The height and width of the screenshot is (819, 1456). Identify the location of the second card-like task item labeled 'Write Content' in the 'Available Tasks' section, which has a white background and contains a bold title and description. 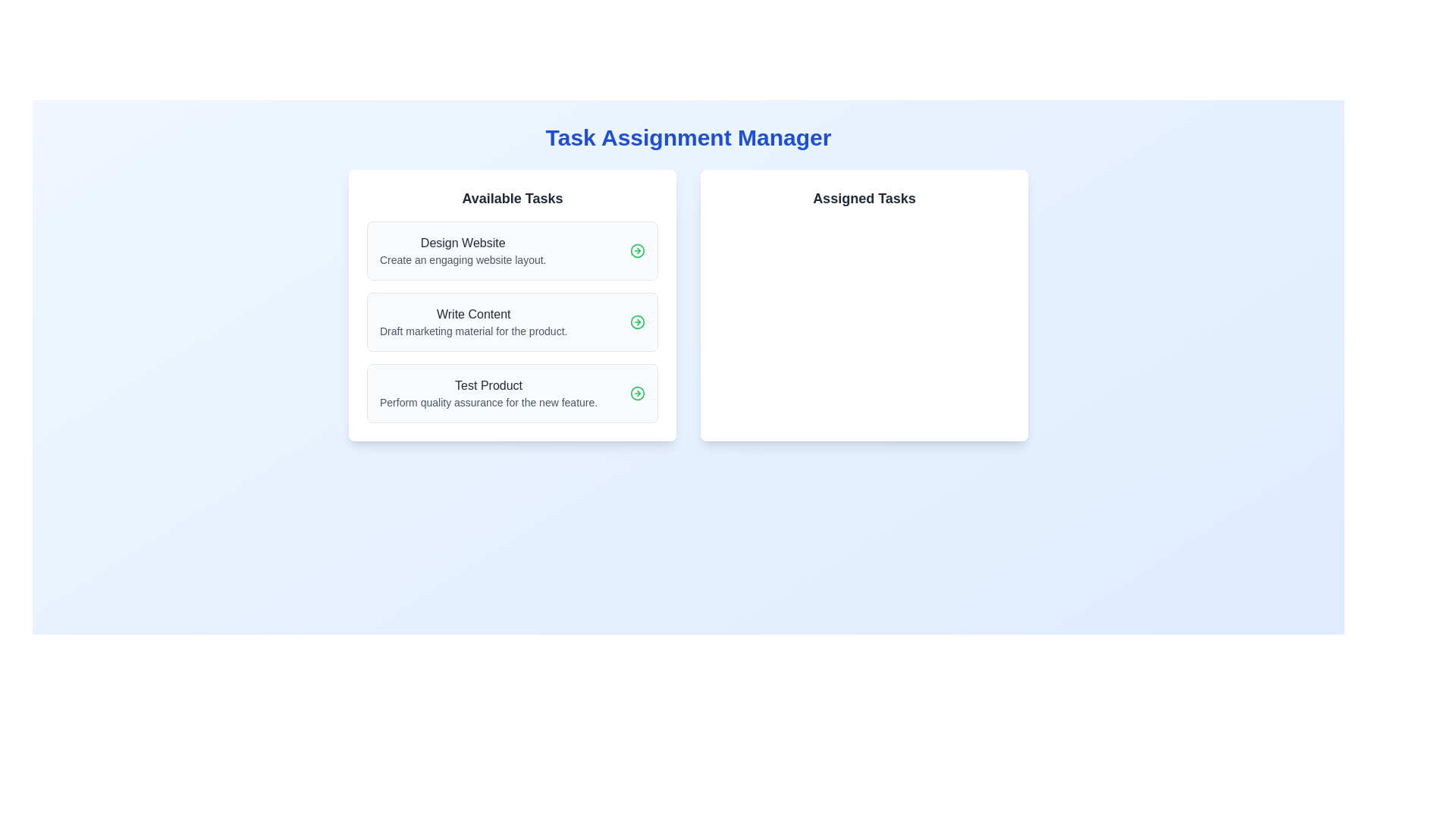
(513, 305).